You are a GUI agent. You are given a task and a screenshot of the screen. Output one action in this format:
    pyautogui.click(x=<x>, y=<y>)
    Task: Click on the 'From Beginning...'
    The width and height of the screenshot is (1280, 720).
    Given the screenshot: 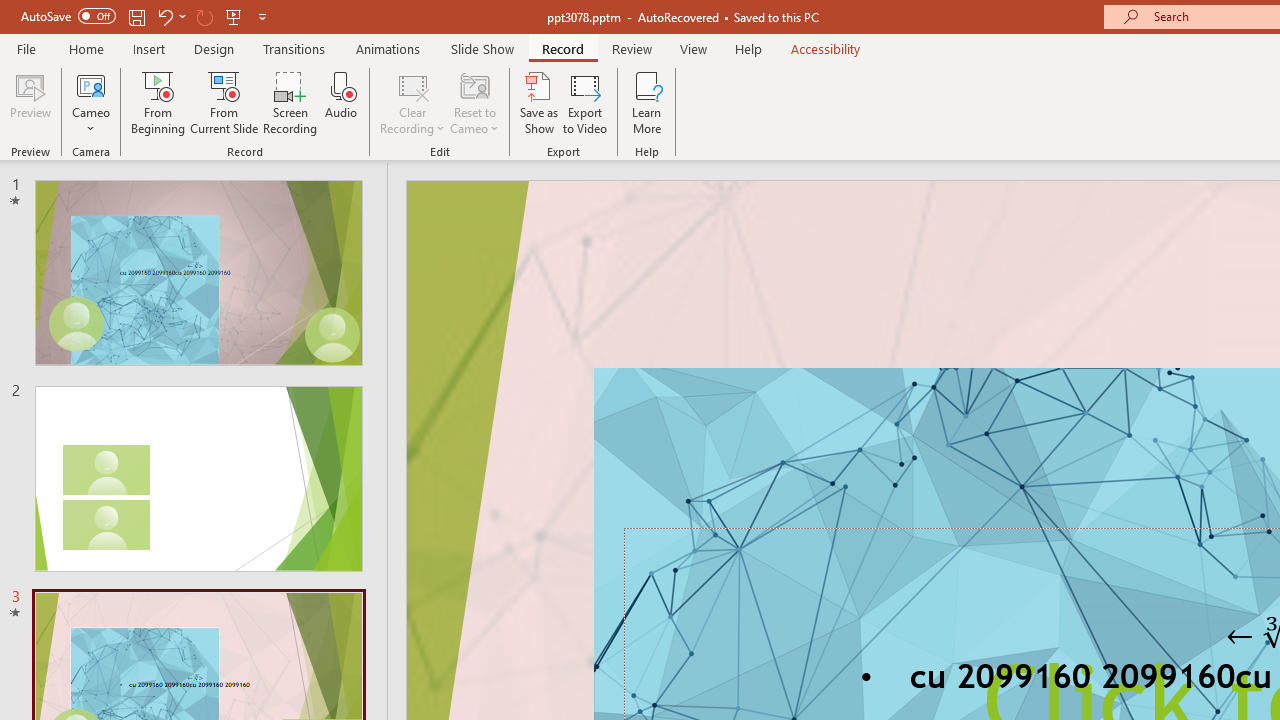 What is the action you would take?
    pyautogui.click(x=157, y=103)
    